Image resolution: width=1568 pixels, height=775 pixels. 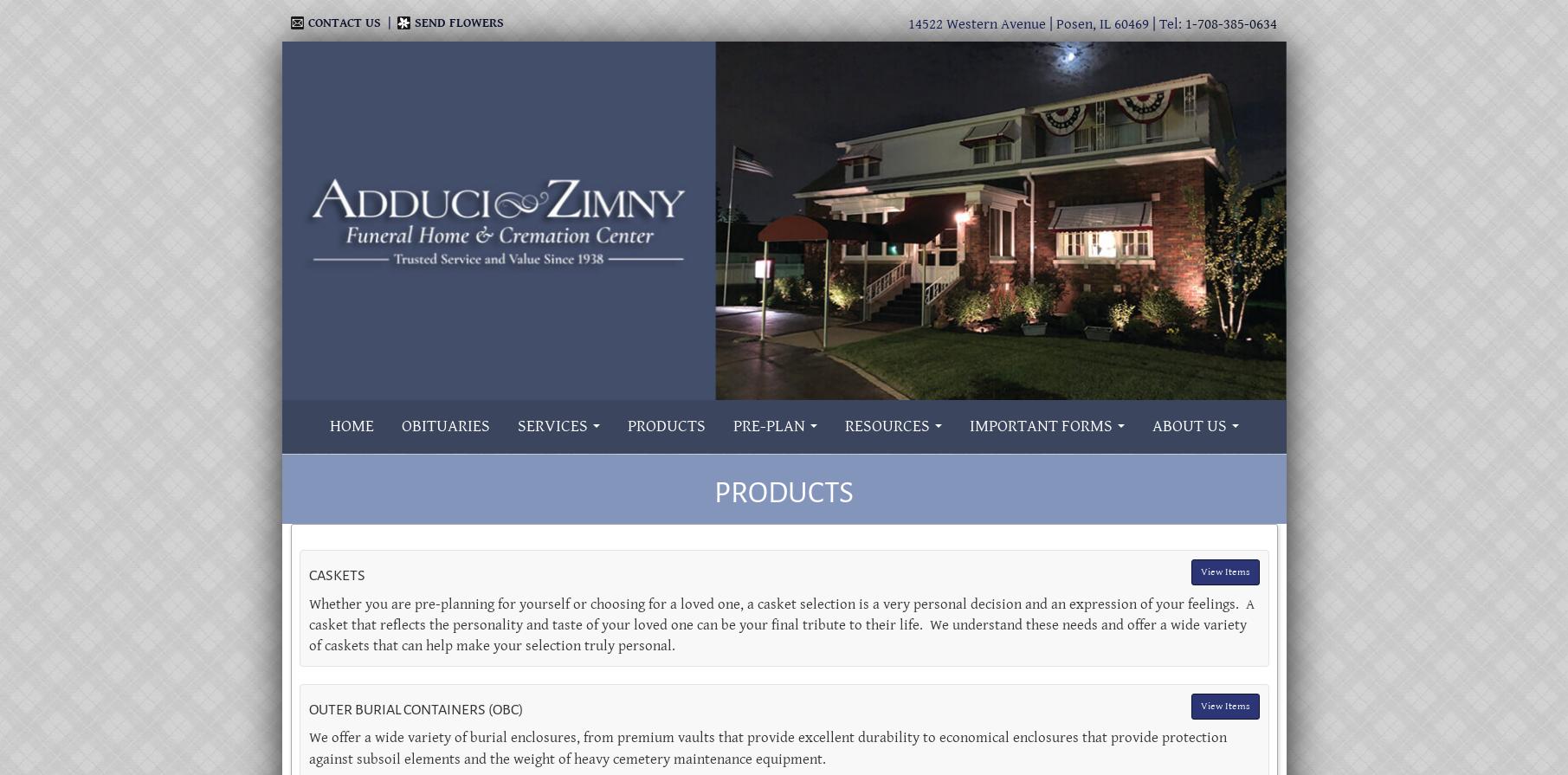 What do you see at coordinates (307, 708) in the screenshot?
I see `'Outer Burial Containers (OBC)'` at bounding box center [307, 708].